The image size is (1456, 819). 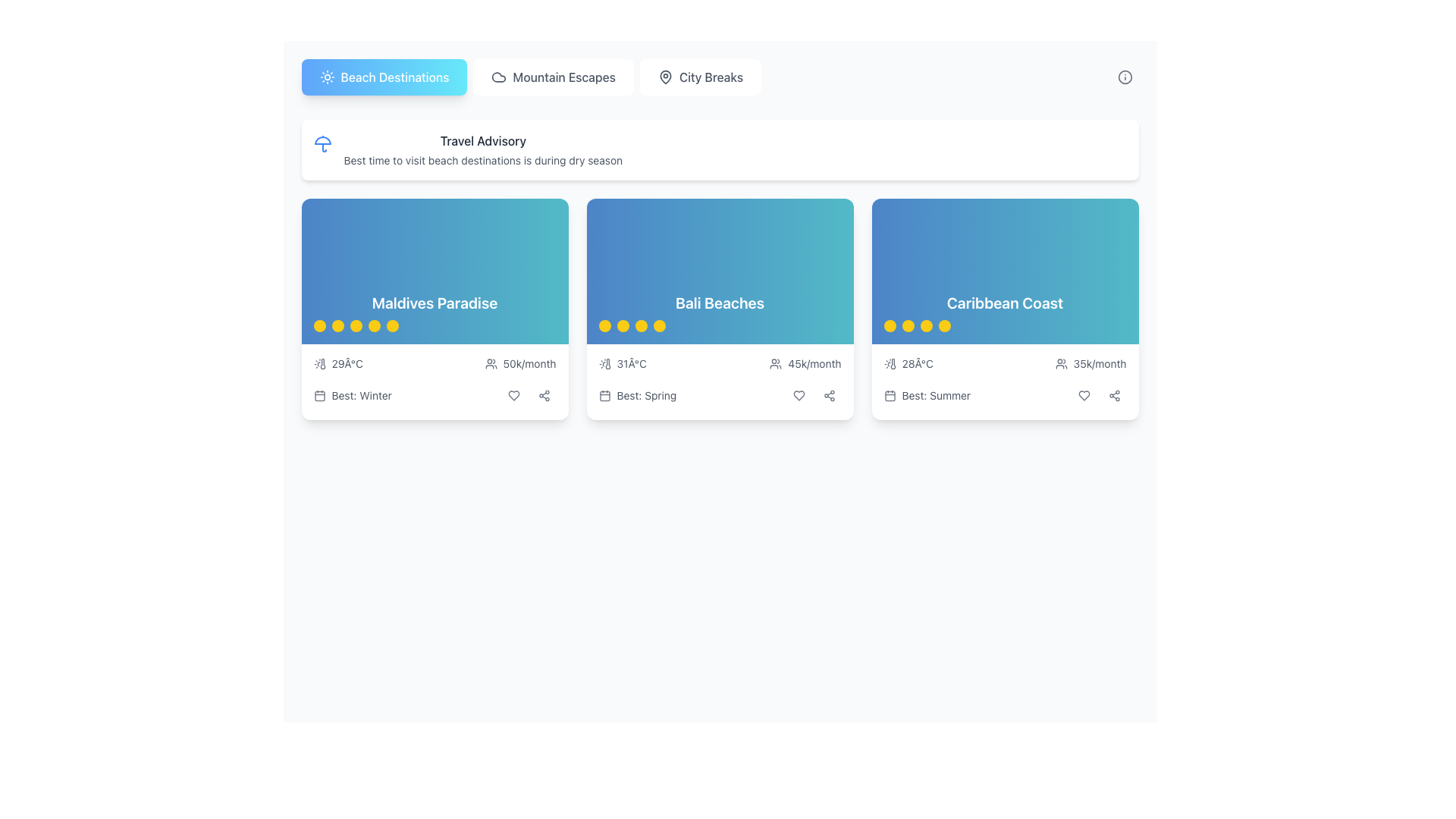 What do you see at coordinates (604, 325) in the screenshot?
I see `the first Rating indicator circle with a yellow background, positioned below the title 'Bali Beaches'` at bounding box center [604, 325].